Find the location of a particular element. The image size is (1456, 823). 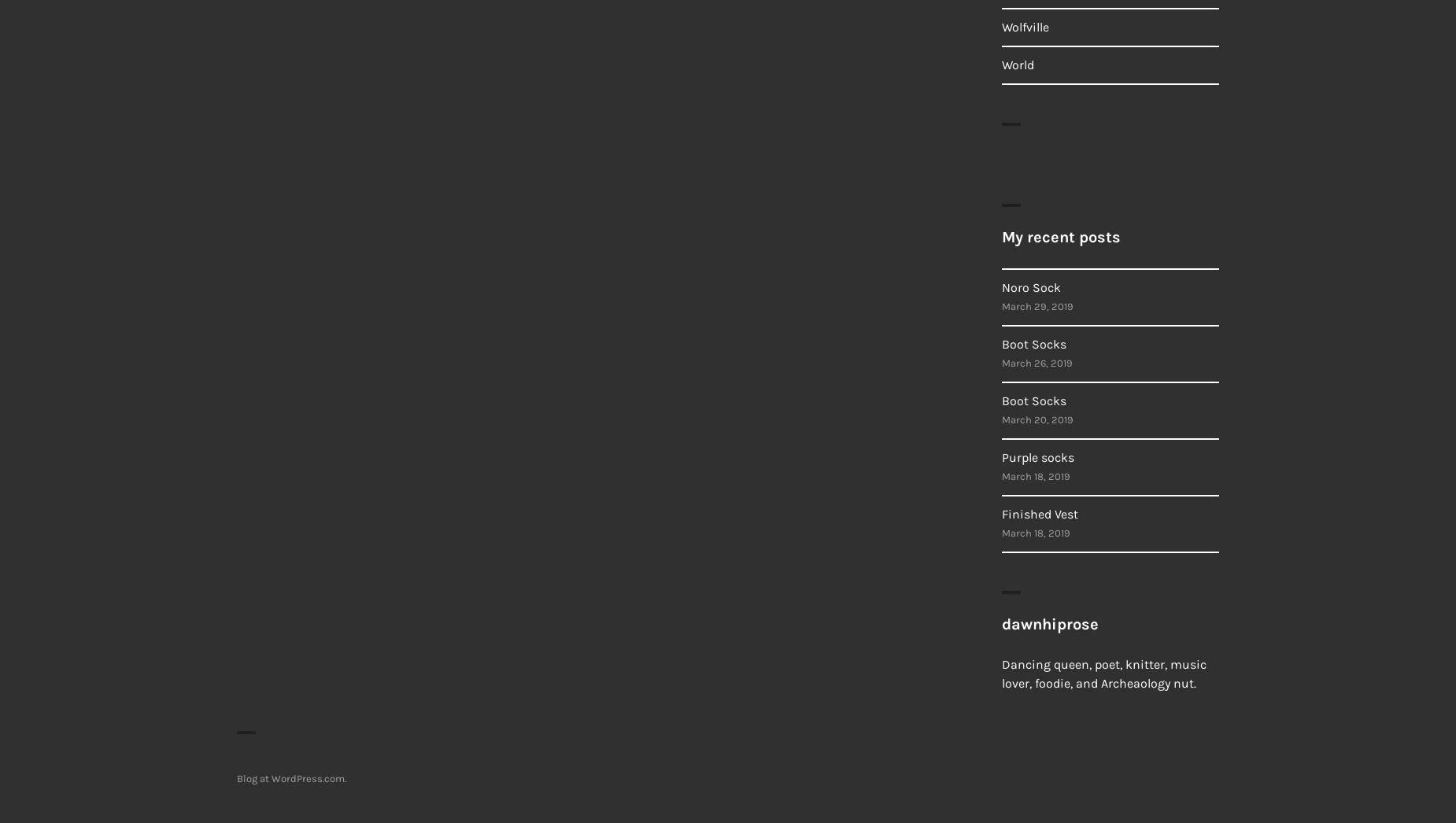

'Wolfville' is located at coordinates (1000, 26).